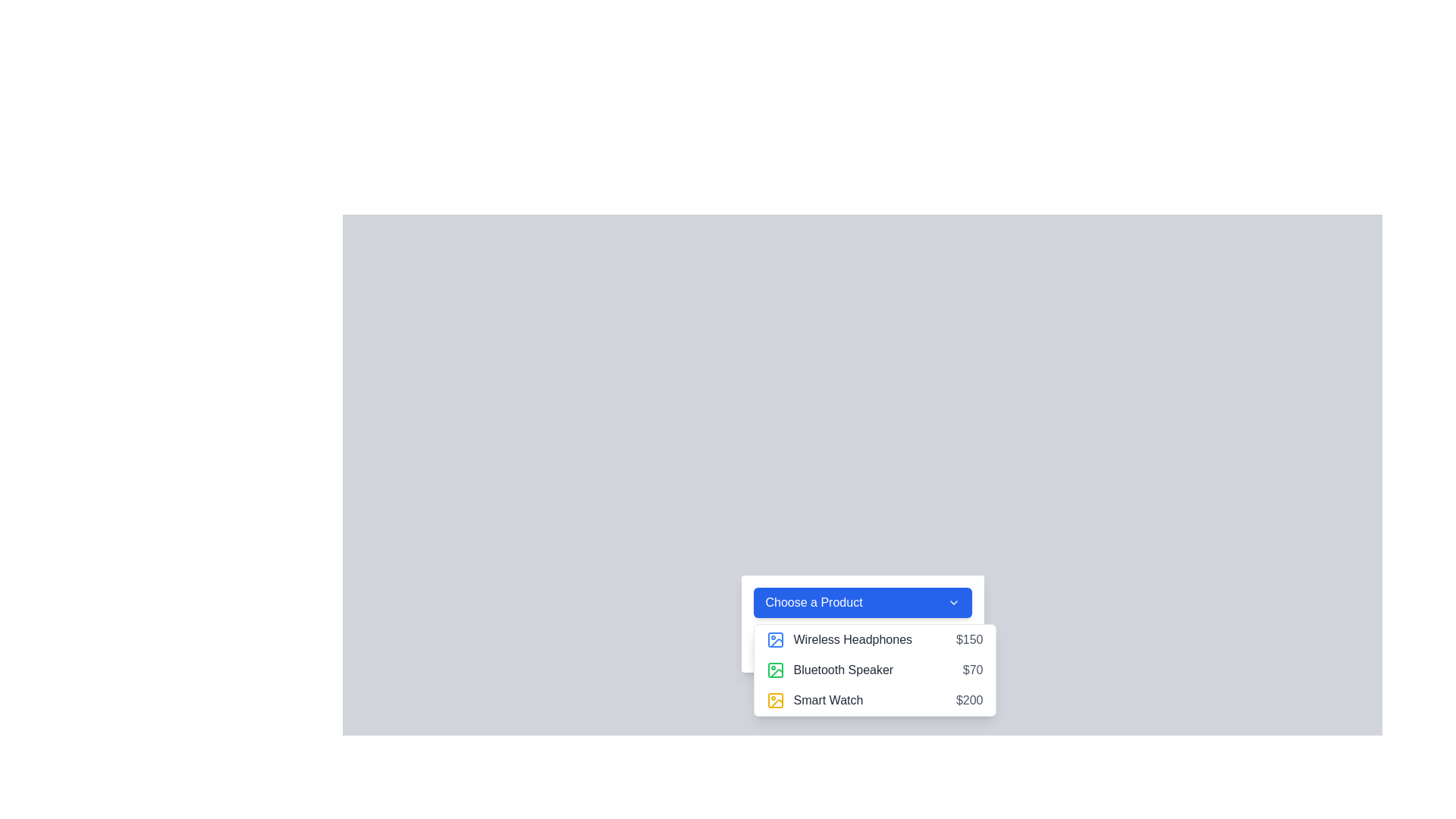  What do you see at coordinates (838, 640) in the screenshot?
I see `the first list item with the text 'Wireless Headphones' and icon in the dropdown of selectable products under the 'Choose a Product' label` at bounding box center [838, 640].